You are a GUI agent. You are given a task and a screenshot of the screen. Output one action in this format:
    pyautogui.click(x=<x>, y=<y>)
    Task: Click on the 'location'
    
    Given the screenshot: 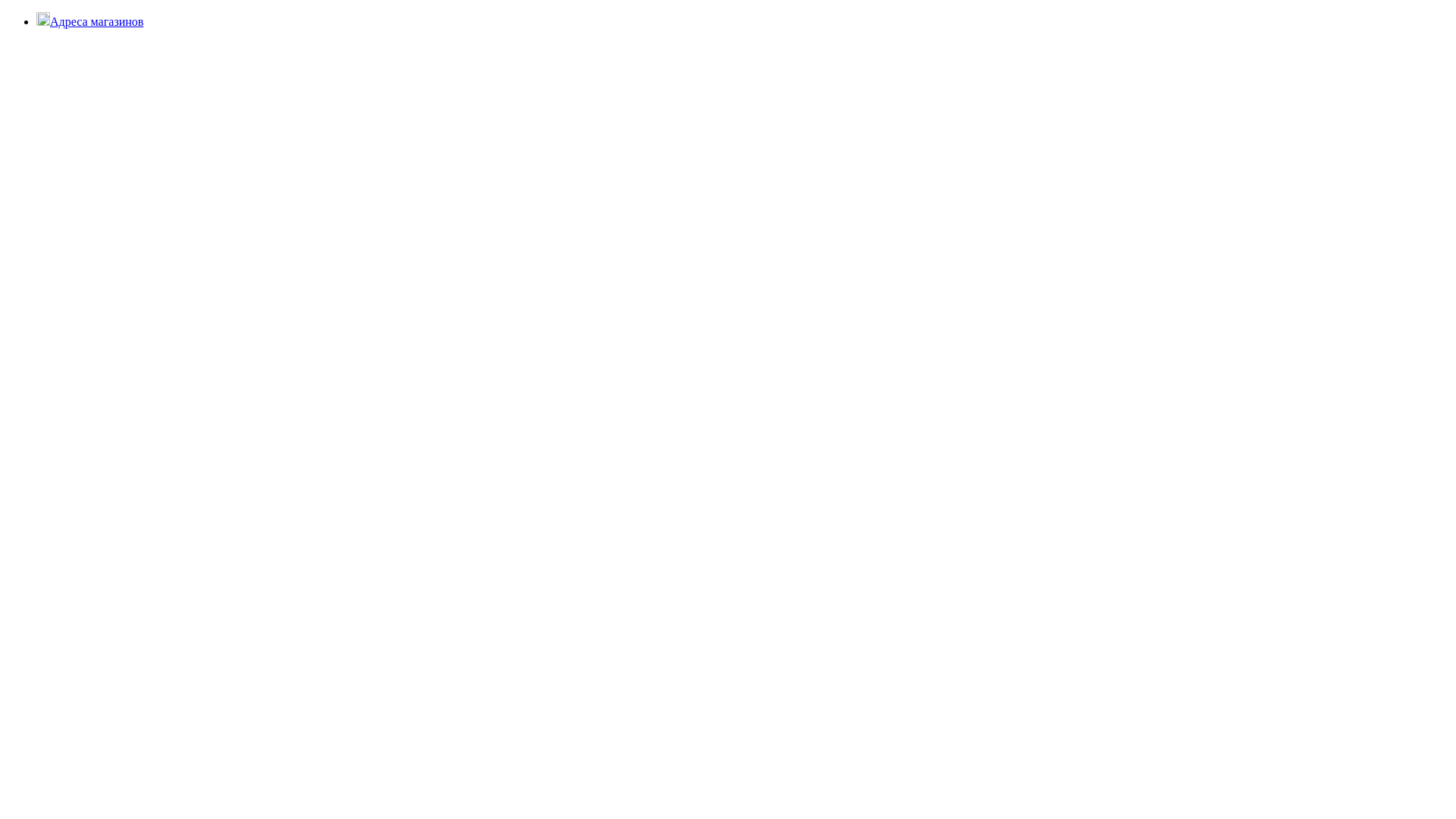 What is the action you would take?
    pyautogui.click(x=36, y=18)
    